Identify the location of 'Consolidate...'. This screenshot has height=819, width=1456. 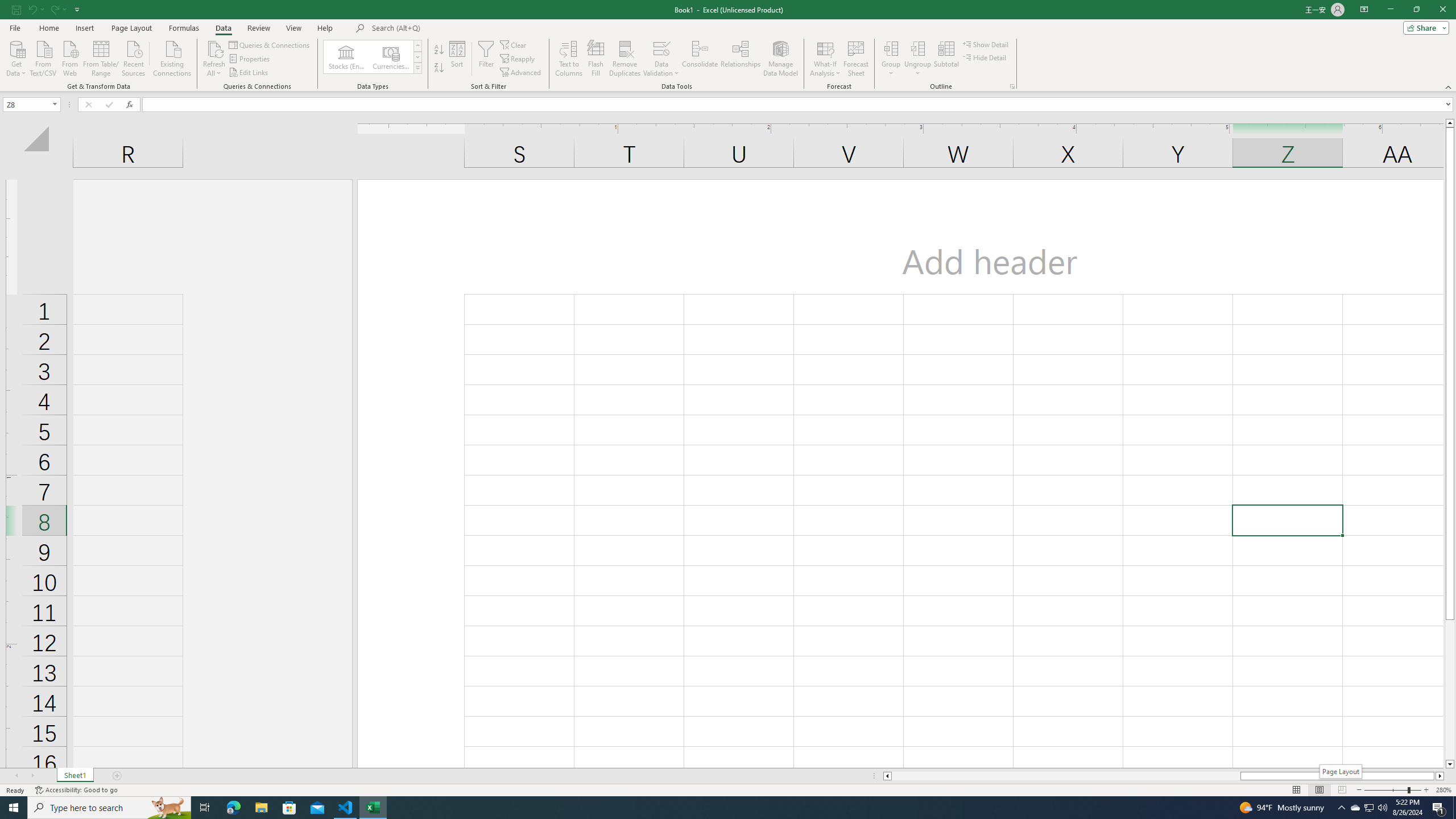
(700, 59).